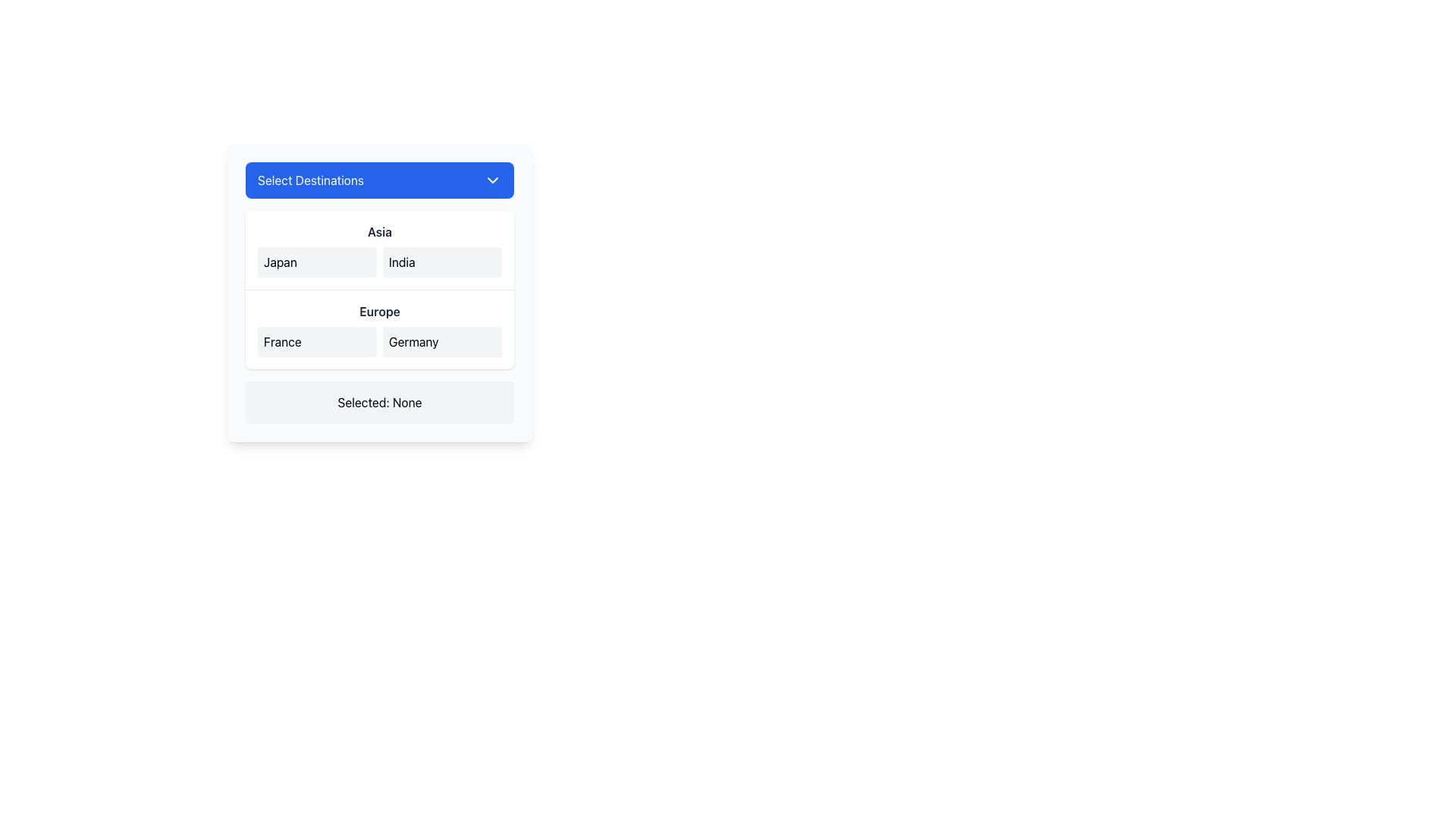 This screenshot has width=1456, height=819. What do you see at coordinates (441, 342) in the screenshot?
I see `the button for selecting the country 'Germany' located under the 'Europe' section` at bounding box center [441, 342].